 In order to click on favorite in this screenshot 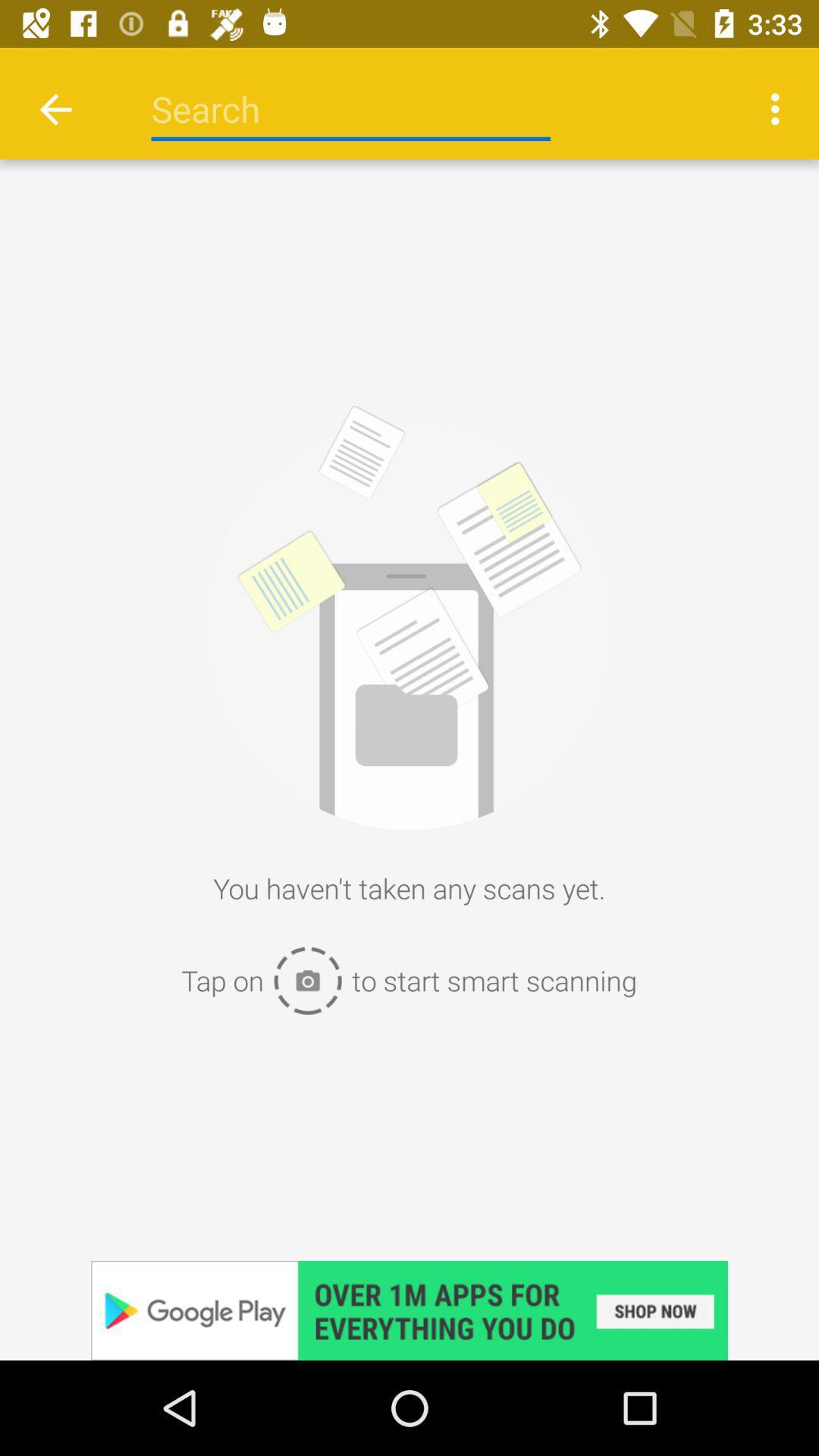, I will do `click(409, 1310)`.